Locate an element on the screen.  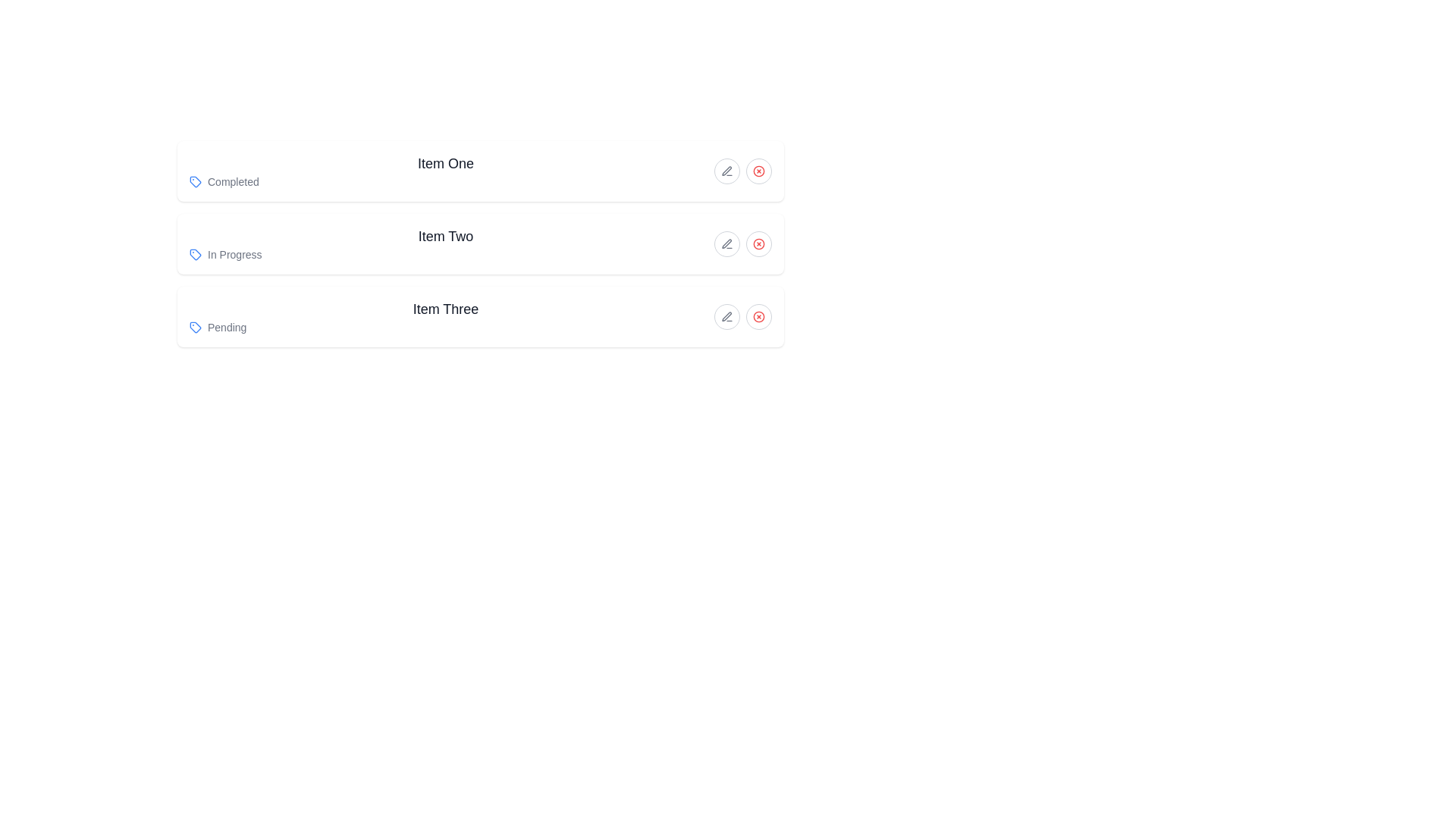
the decorative icon representing the 'Pending' status located in the bottom-left corner of the third item block labeled 'Item Three' is located at coordinates (195, 327).